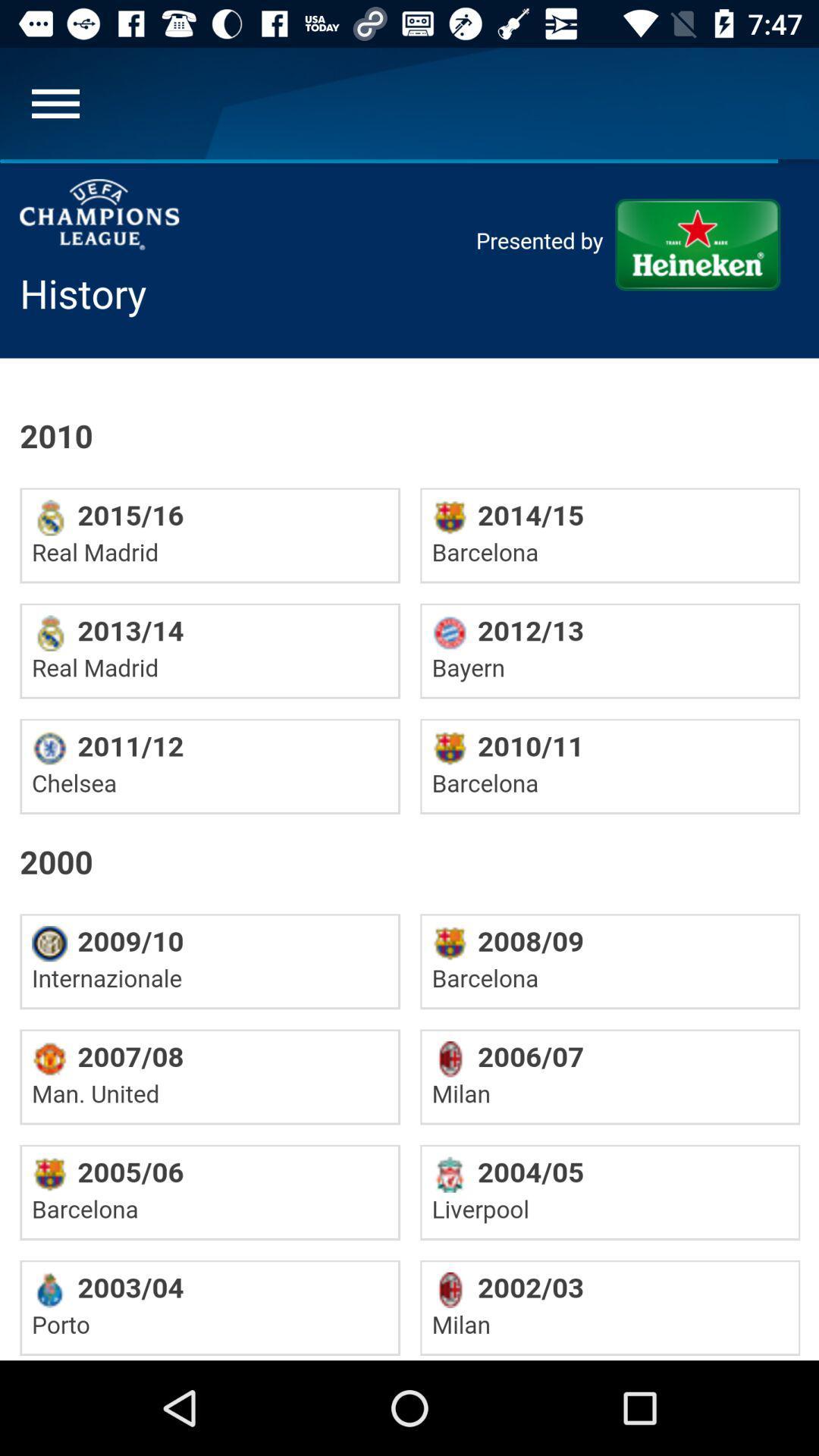 This screenshot has width=819, height=1456. What do you see at coordinates (409, 760) in the screenshot?
I see `advertisement page` at bounding box center [409, 760].